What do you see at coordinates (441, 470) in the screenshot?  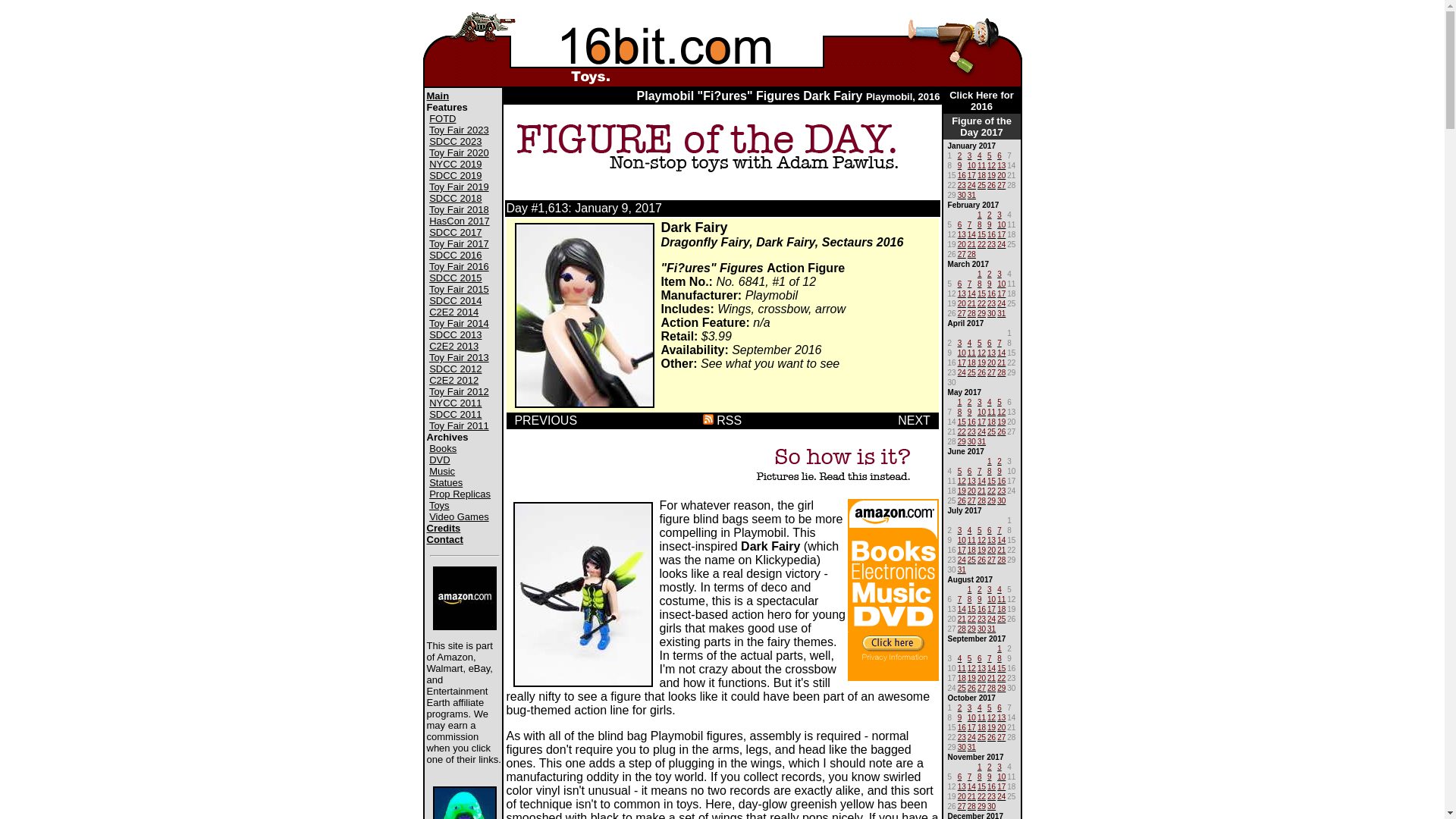 I see `'Music'` at bounding box center [441, 470].